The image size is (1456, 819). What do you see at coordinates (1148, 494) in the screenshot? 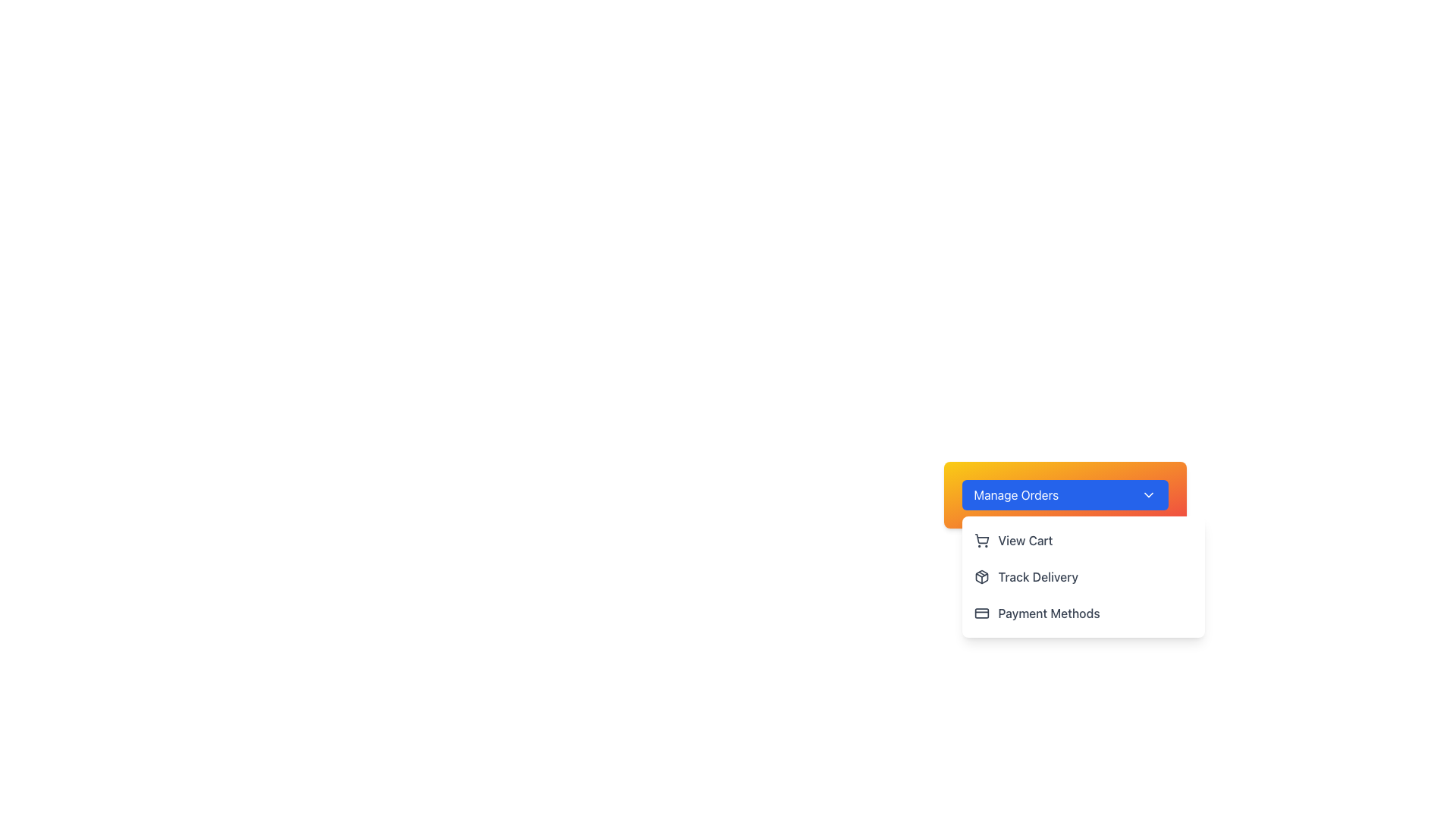
I see `the downward-facing chevron icon located on the right side of the 'Manage Orders' button` at bounding box center [1148, 494].